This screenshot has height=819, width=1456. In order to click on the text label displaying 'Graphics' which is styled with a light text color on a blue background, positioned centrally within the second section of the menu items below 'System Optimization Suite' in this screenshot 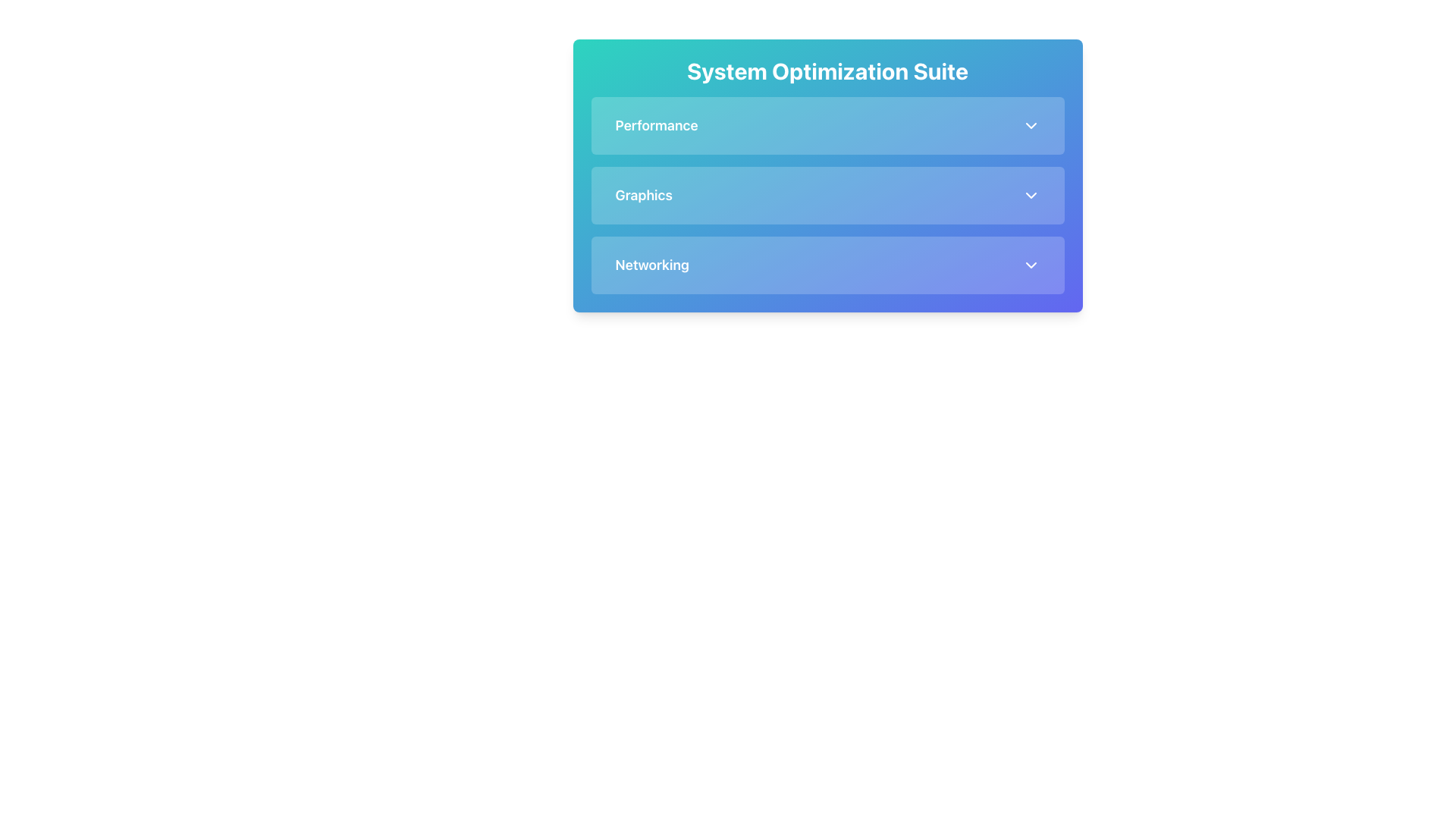, I will do `click(644, 195)`.